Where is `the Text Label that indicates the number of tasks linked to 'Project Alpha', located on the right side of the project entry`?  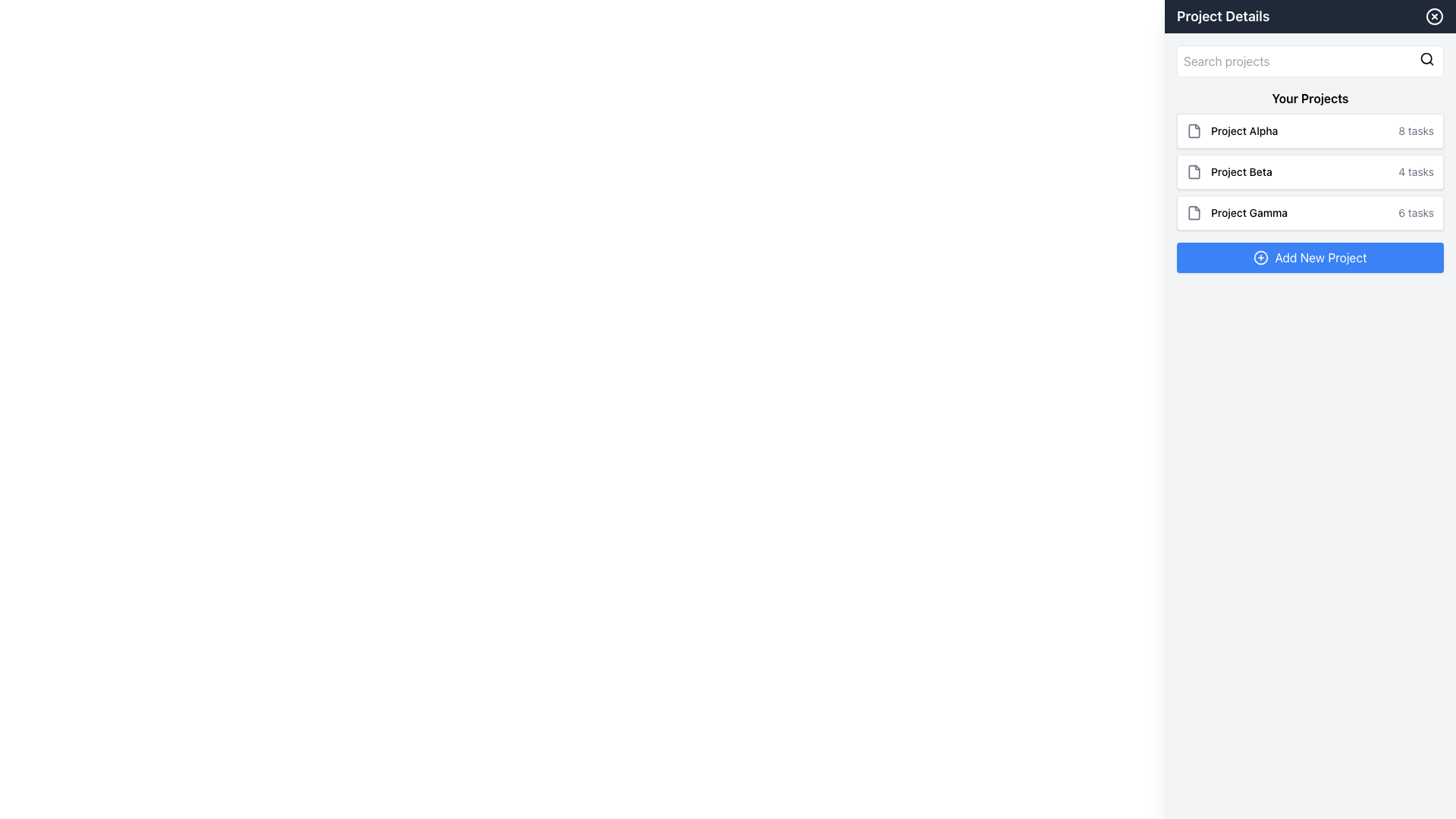 the Text Label that indicates the number of tasks linked to 'Project Alpha', located on the right side of the project entry is located at coordinates (1415, 130).